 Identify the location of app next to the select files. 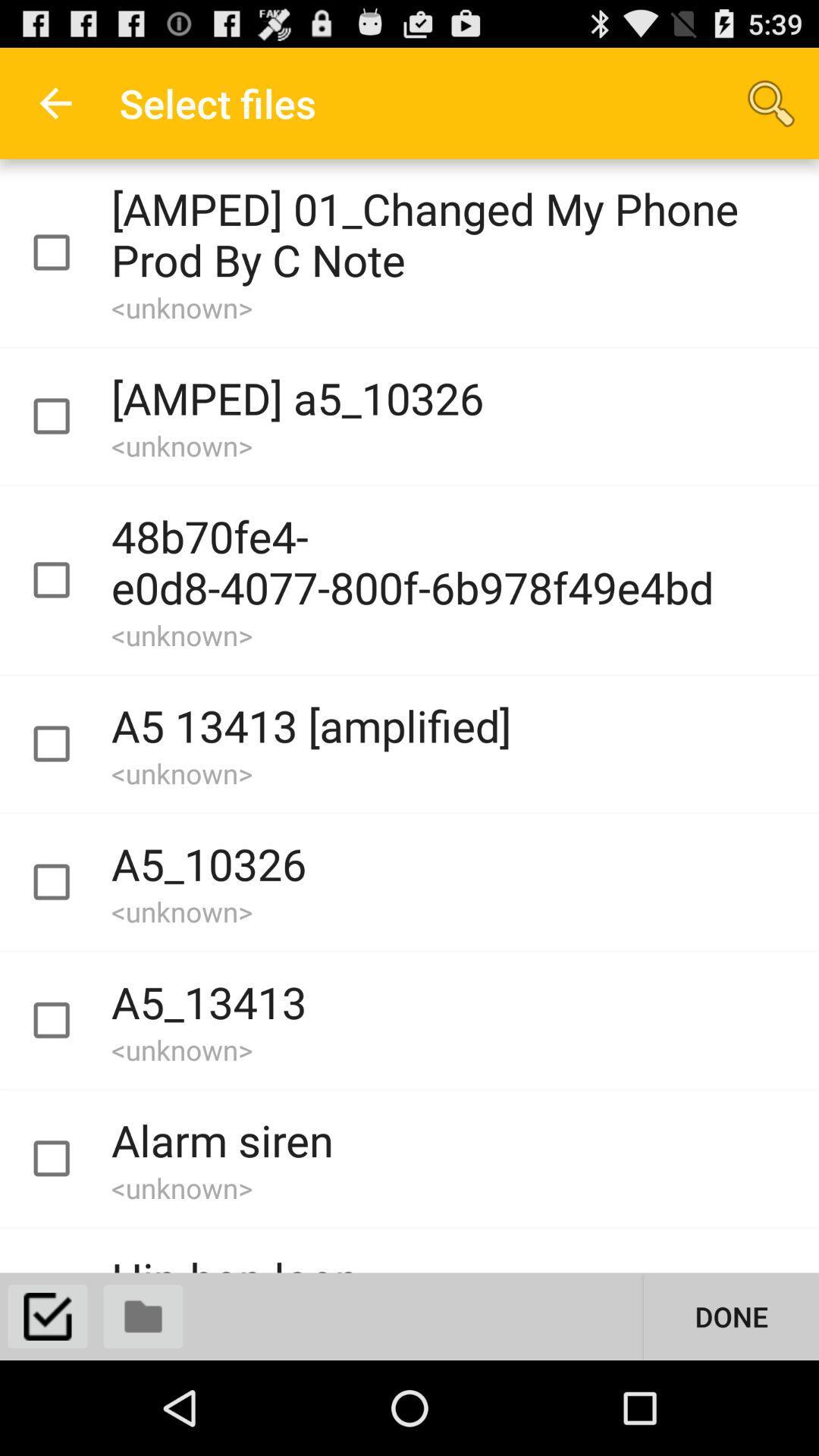
(55, 102).